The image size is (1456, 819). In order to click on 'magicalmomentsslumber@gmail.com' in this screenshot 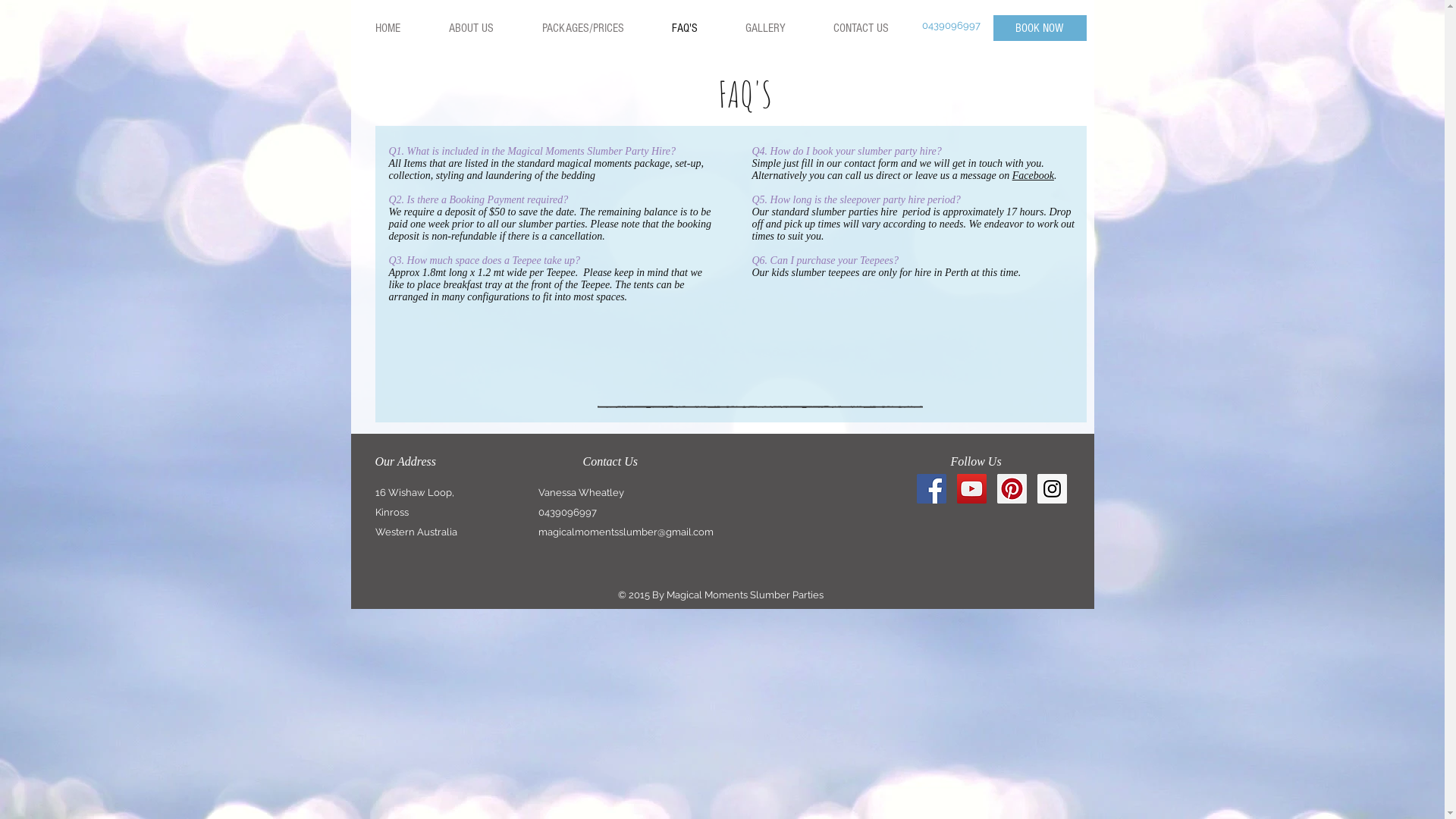, I will do `click(626, 531)`.